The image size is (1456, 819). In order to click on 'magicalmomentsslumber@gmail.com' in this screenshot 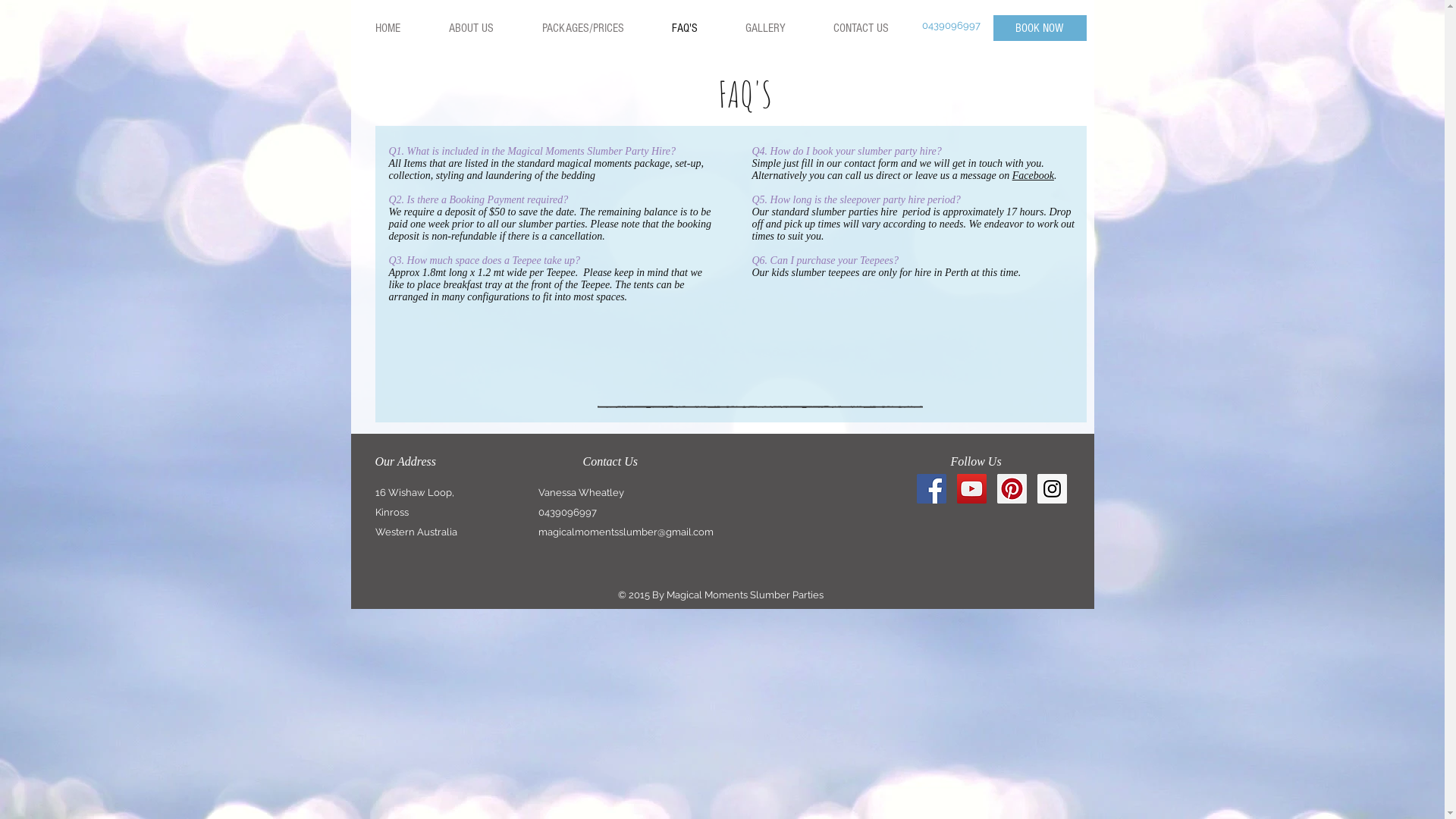, I will do `click(626, 531)`.